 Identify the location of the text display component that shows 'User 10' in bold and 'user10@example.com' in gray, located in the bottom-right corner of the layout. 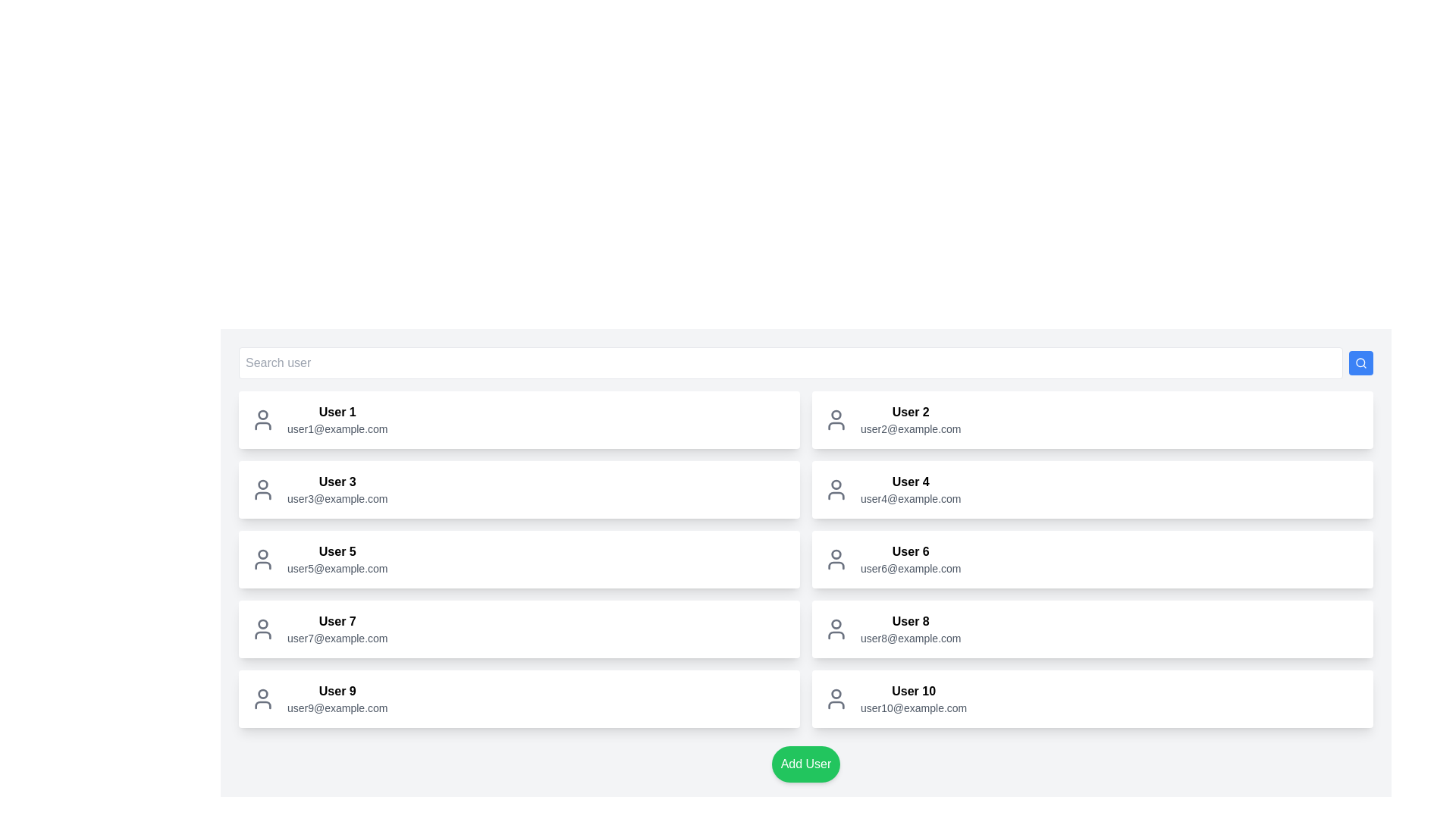
(913, 698).